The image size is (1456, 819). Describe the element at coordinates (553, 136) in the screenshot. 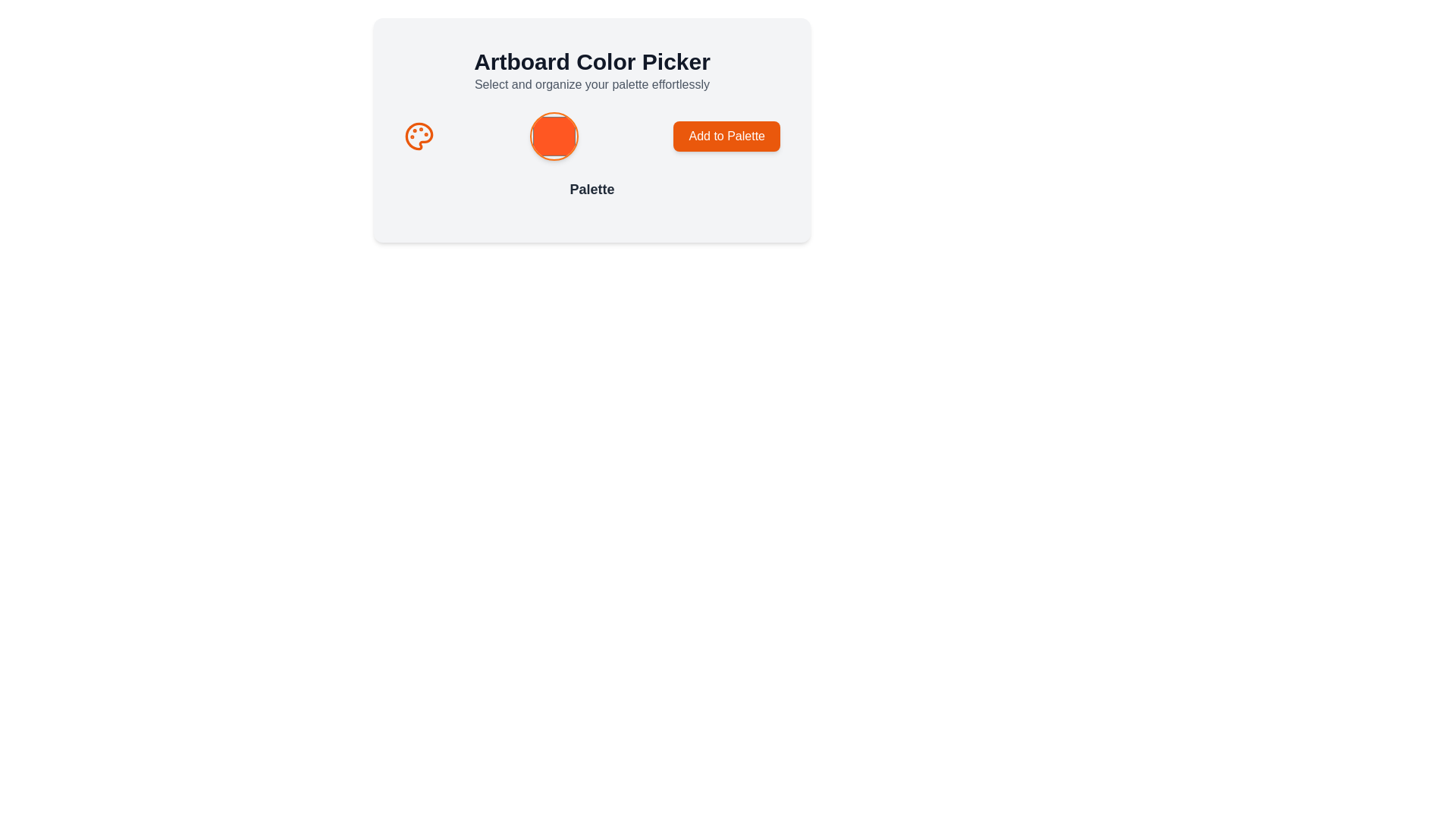

I see `the bright orange Circle-shaped color selector` at that location.